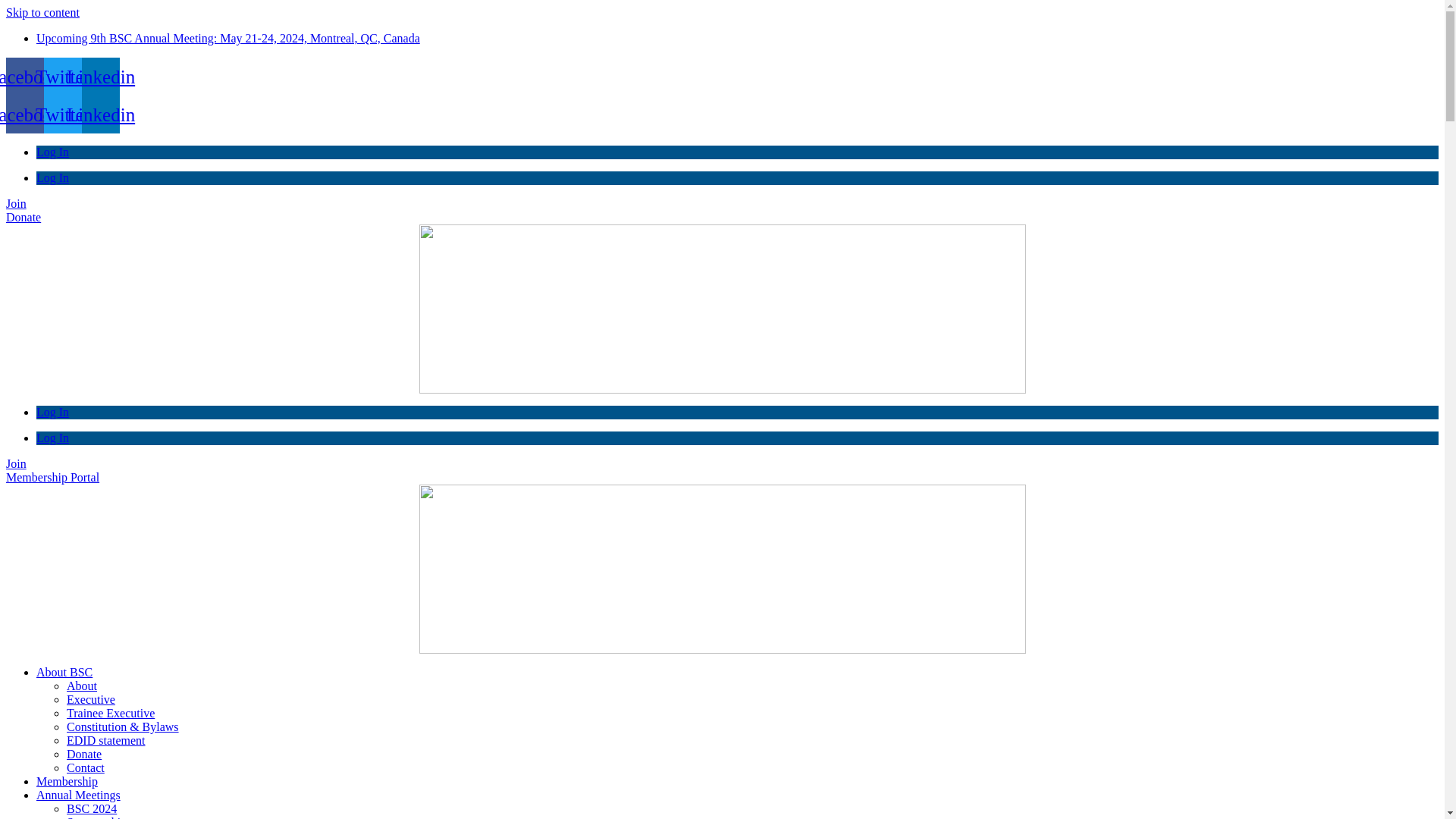  Describe the element at coordinates (109, 713) in the screenshot. I see `'Trainee Executive'` at that location.